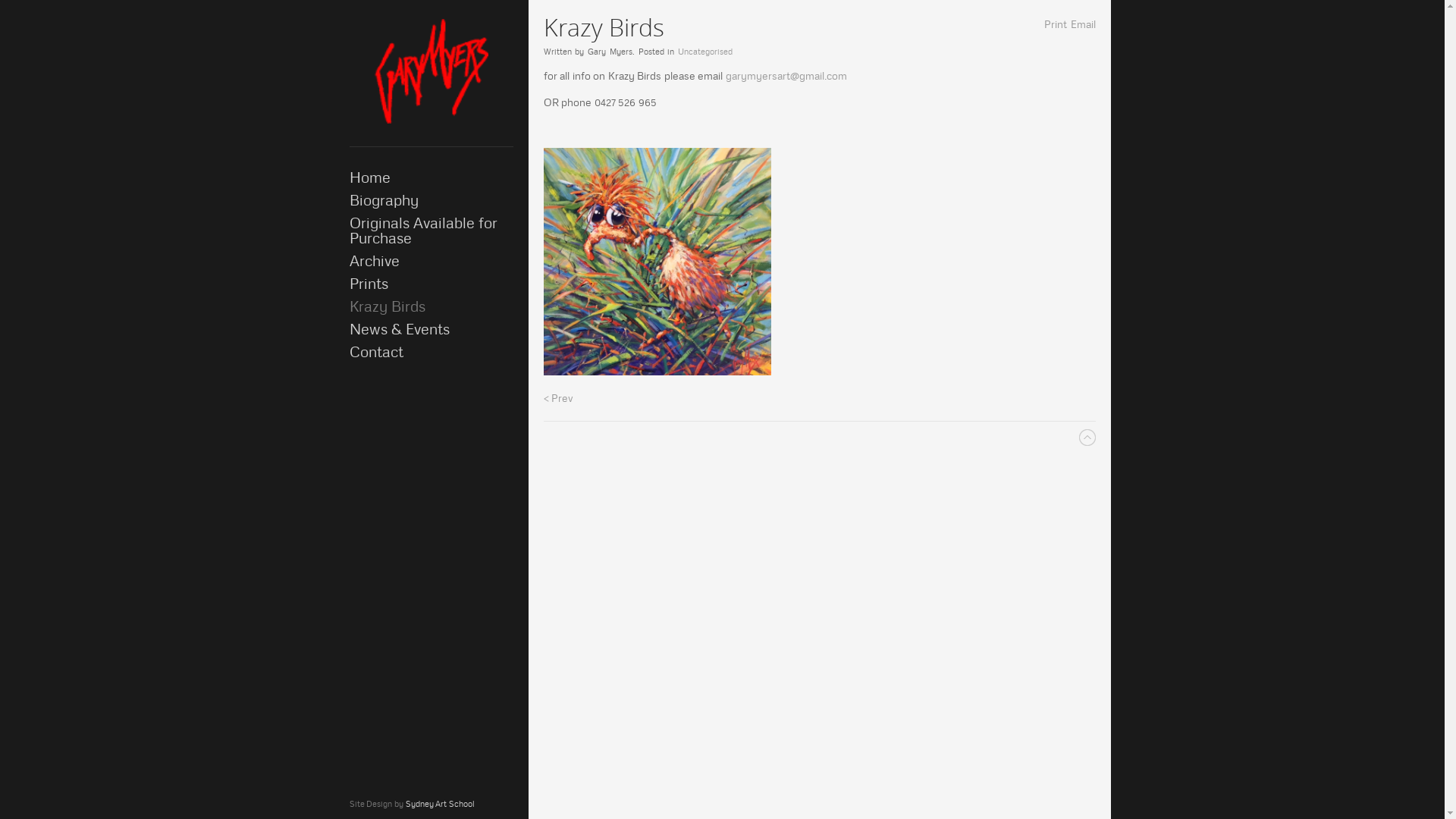  I want to click on 'Uncategorised', so click(704, 51).